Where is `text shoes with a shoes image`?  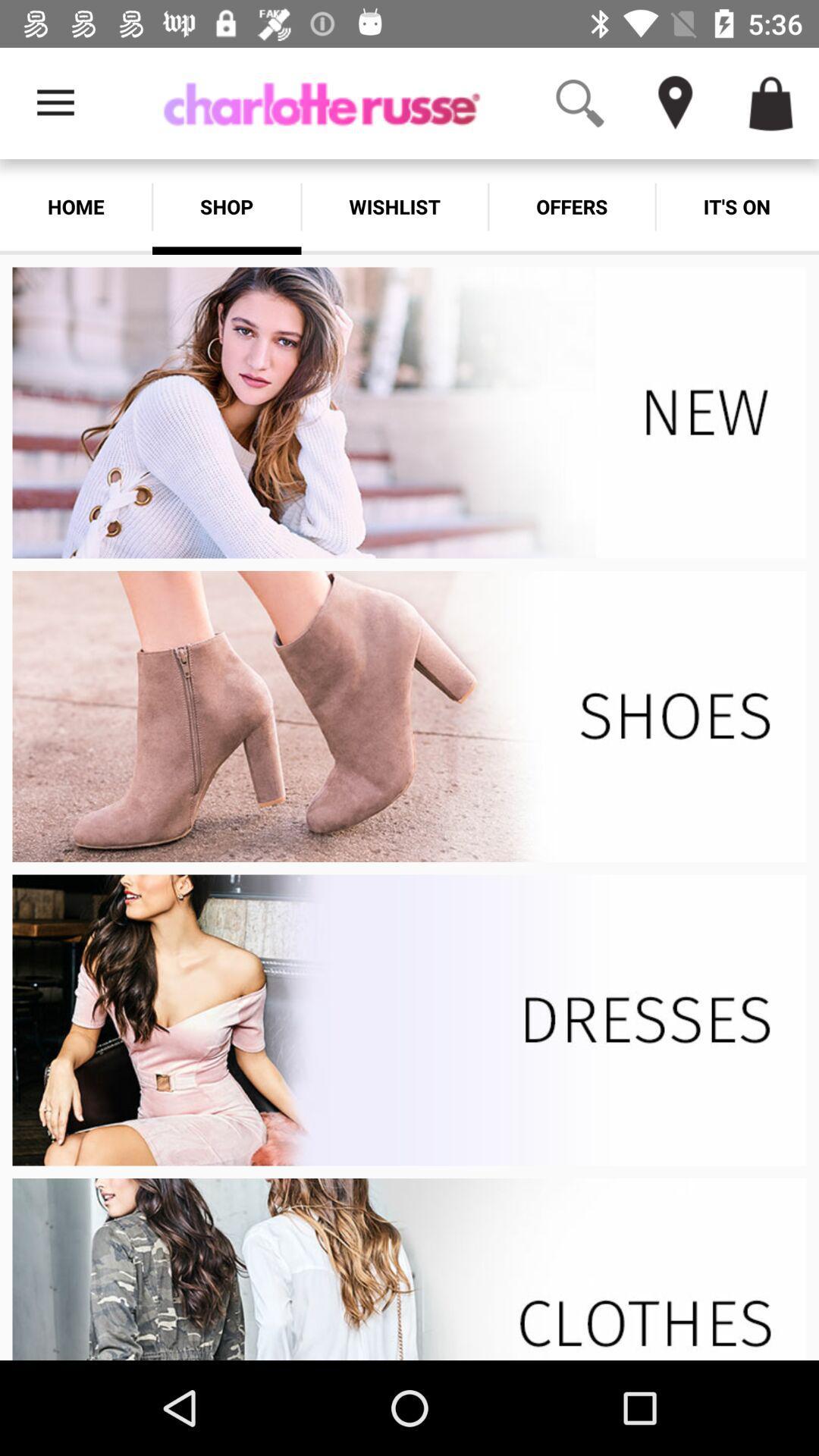
text shoes with a shoes image is located at coordinates (409, 716).